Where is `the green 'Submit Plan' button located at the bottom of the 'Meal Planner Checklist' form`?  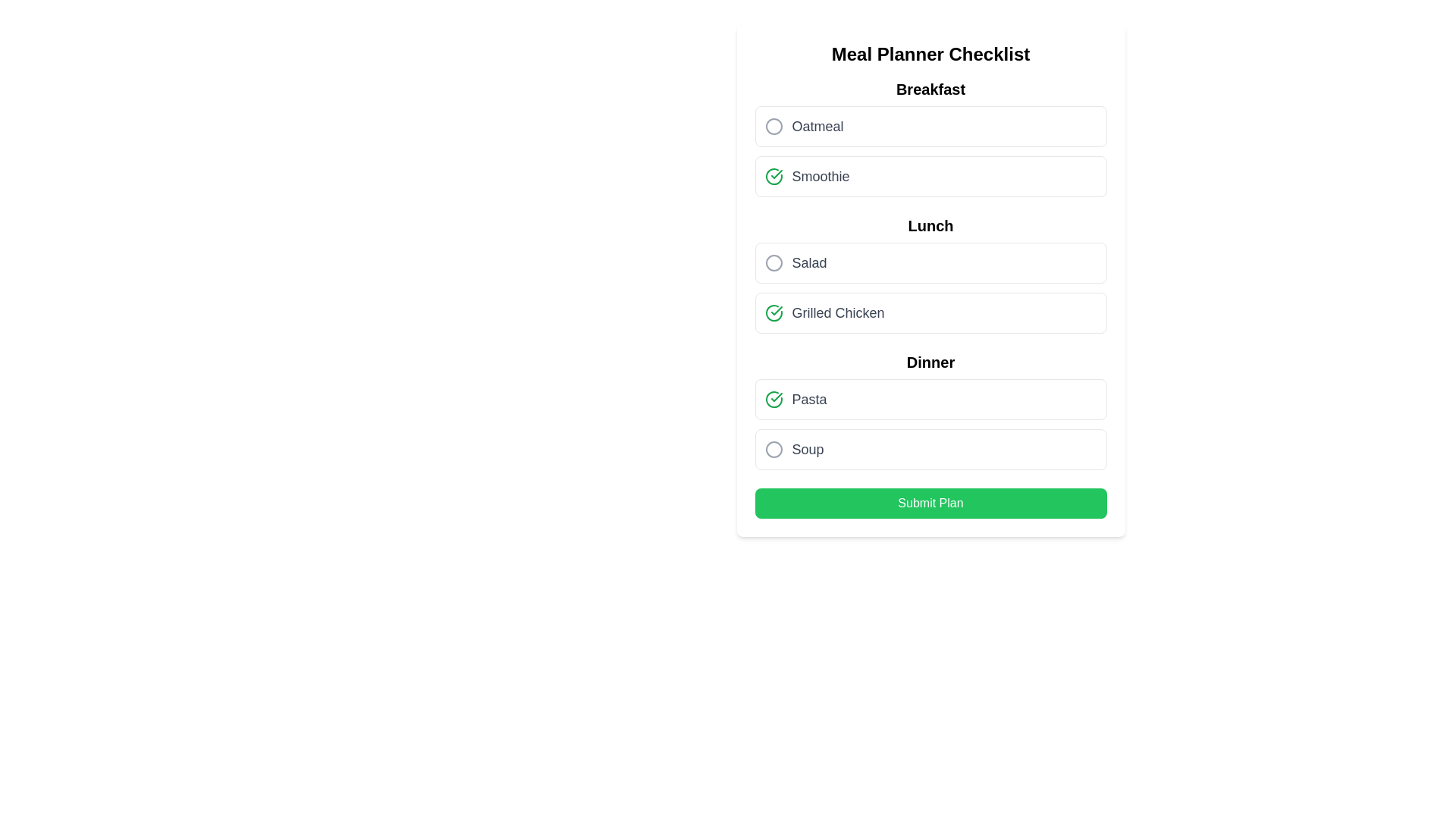 the green 'Submit Plan' button located at the bottom of the 'Meal Planner Checklist' form is located at coordinates (930, 503).